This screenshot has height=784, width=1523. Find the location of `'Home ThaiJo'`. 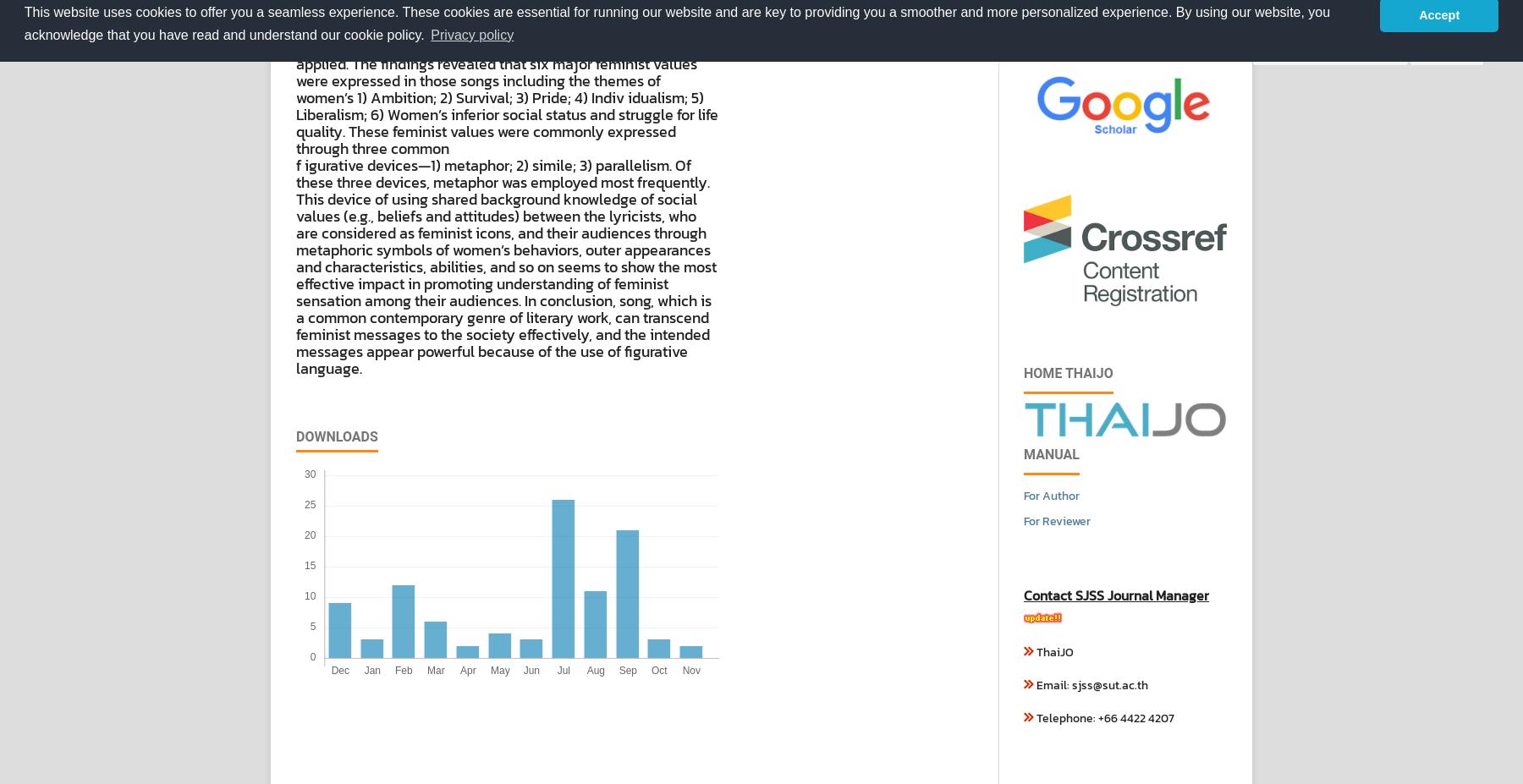

'Home ThaiJo' is located at coordinates (1068, 372).